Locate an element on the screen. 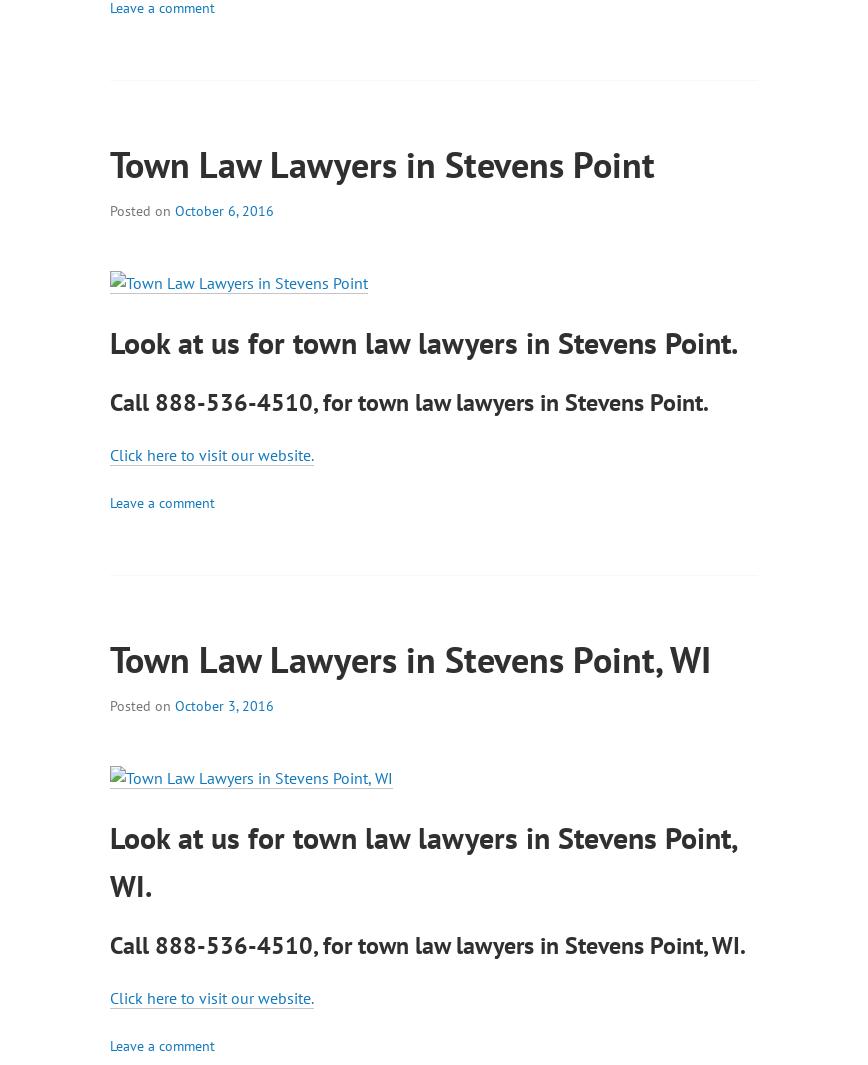 The height and width of the screenshot is (1065, 868). 'October 3, 2016' is located at coordinates (224, 705).